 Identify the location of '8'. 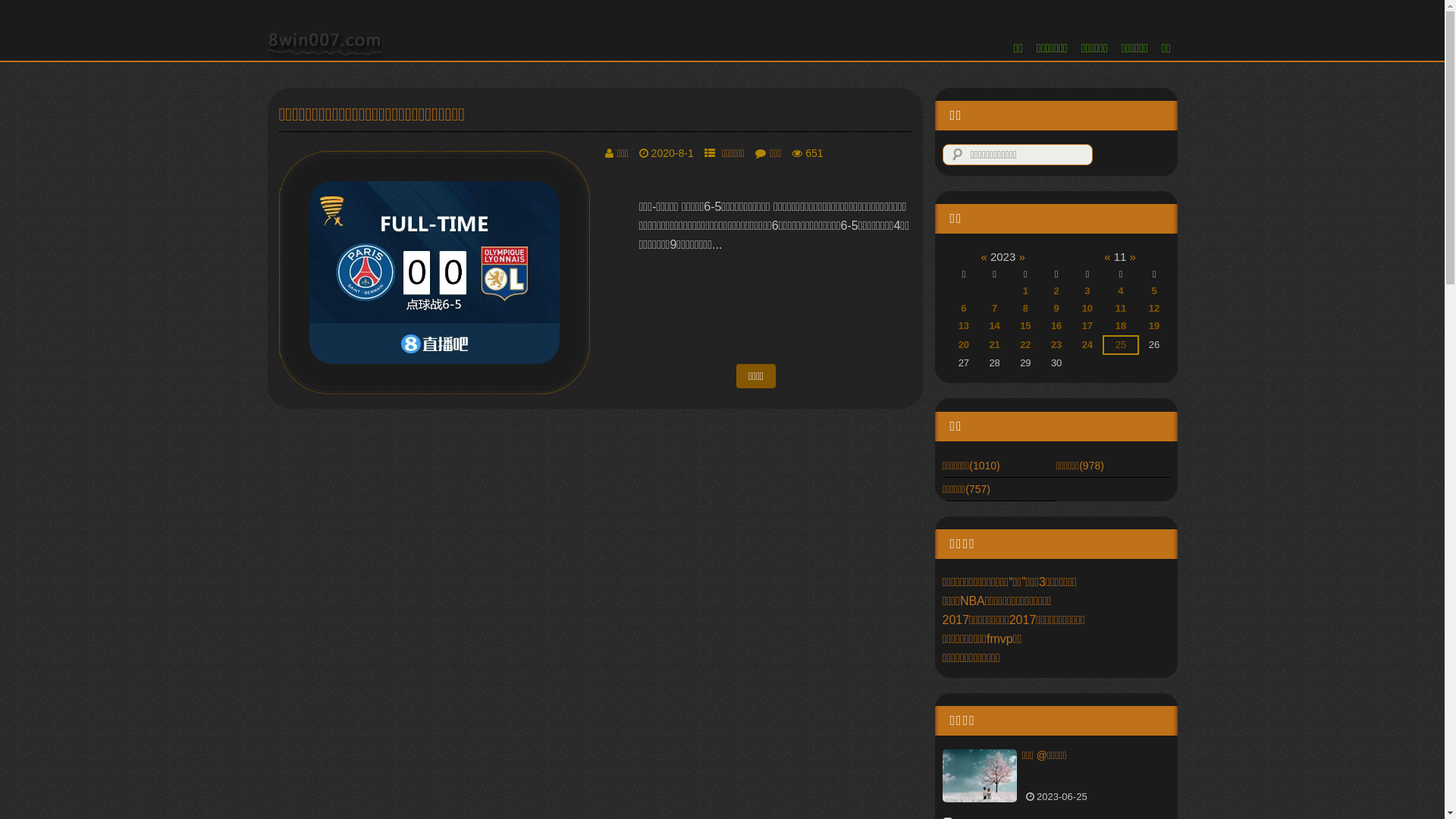
(1025, 307).